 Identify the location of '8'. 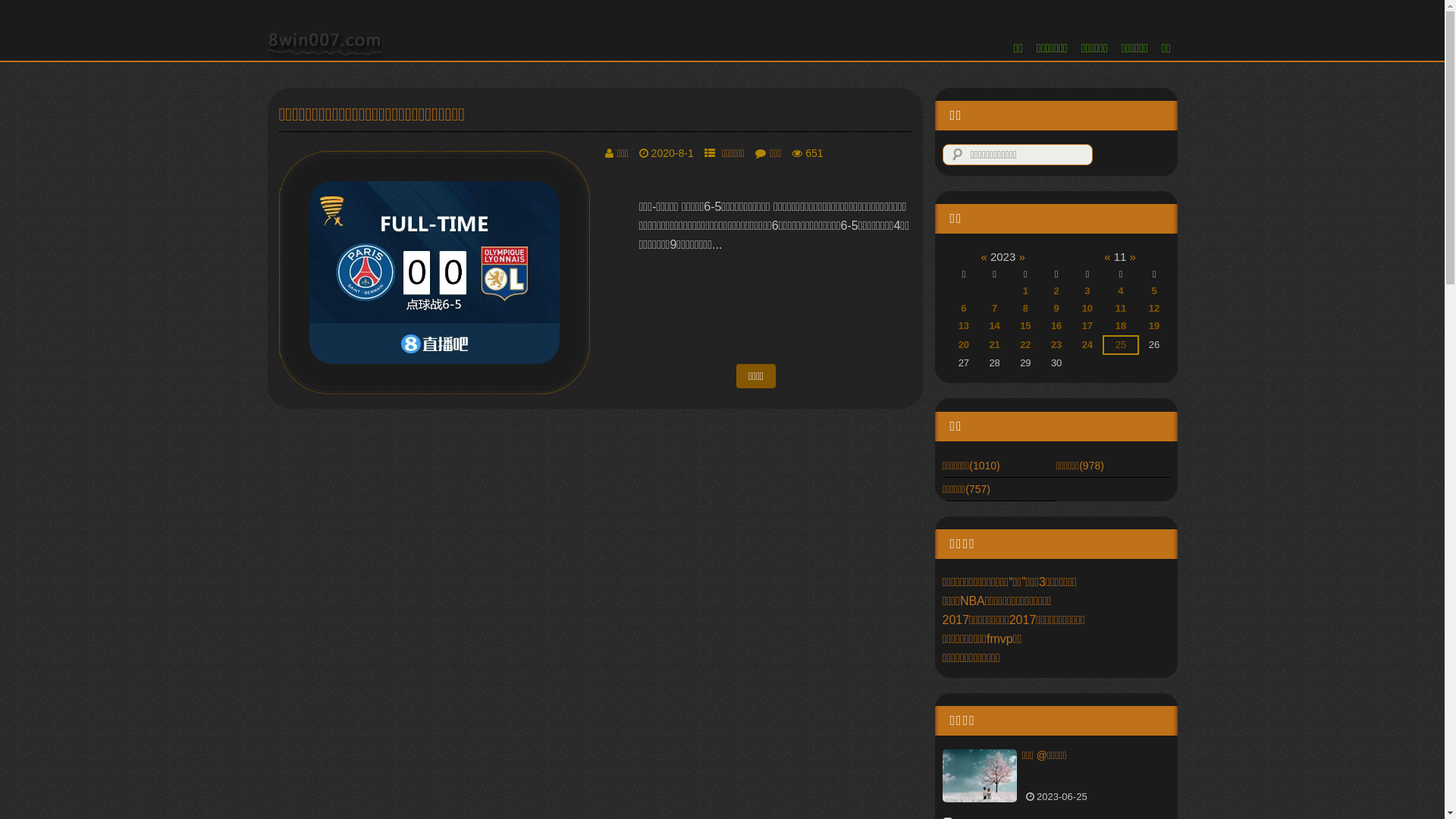
(1025, 307).